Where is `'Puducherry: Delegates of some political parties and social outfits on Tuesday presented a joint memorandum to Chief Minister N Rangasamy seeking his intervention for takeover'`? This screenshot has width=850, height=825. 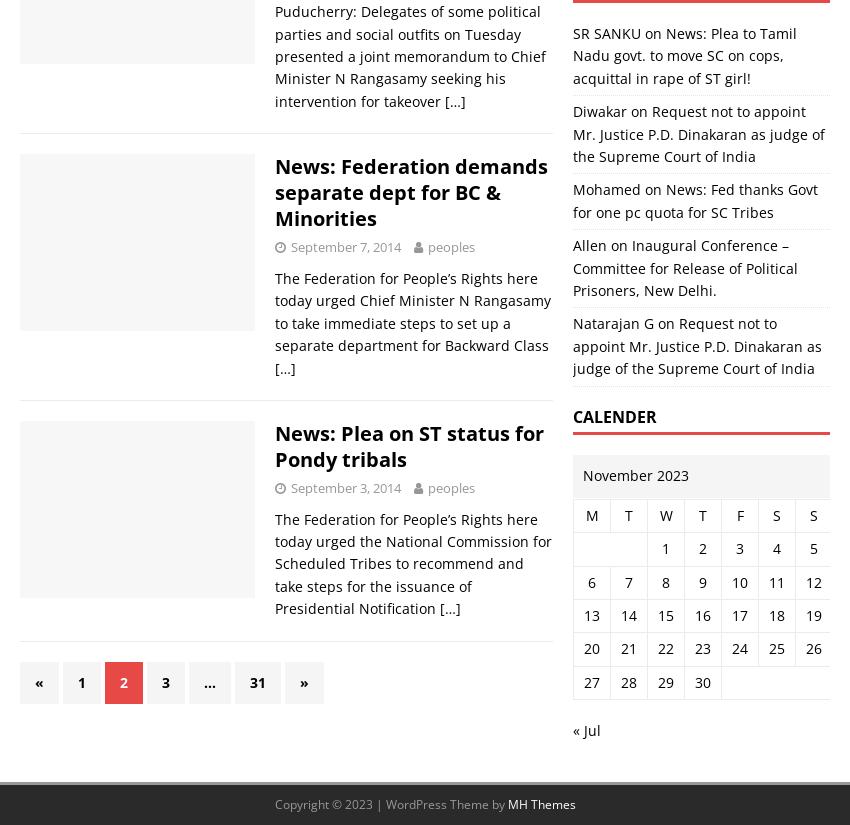 'Puducherry: Delegates of some political parties and social outfits on Tuesday presented a joint memorandum to Chief Minister N Rangasamy seeking his intervention for takeover' is located at coordinates (410, 56).